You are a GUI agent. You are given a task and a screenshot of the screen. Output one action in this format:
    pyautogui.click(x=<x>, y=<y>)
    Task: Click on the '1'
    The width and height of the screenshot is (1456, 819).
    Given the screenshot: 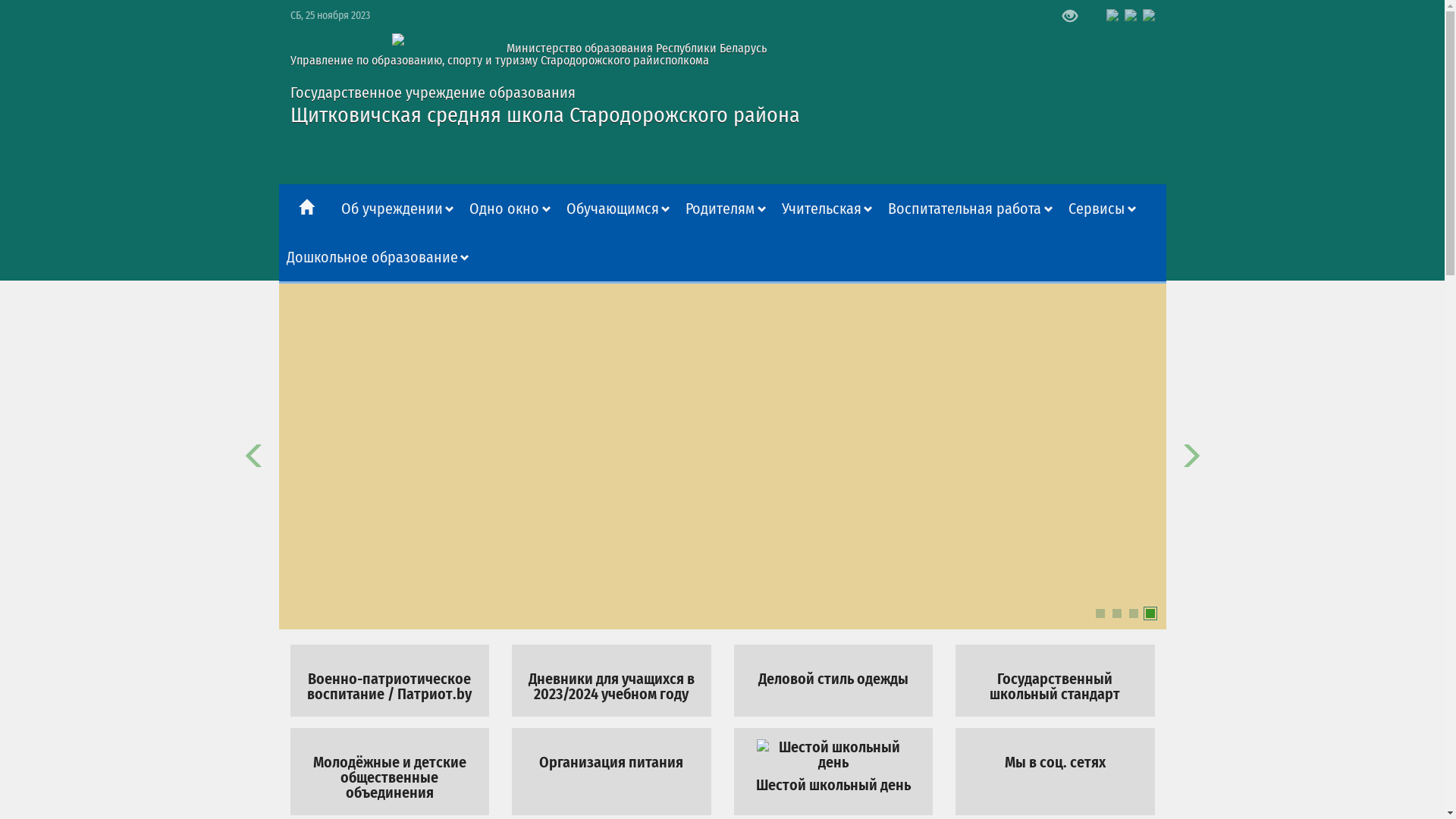 What is the action you would take?
    pyautogui.click(x=1099, y=613)
    